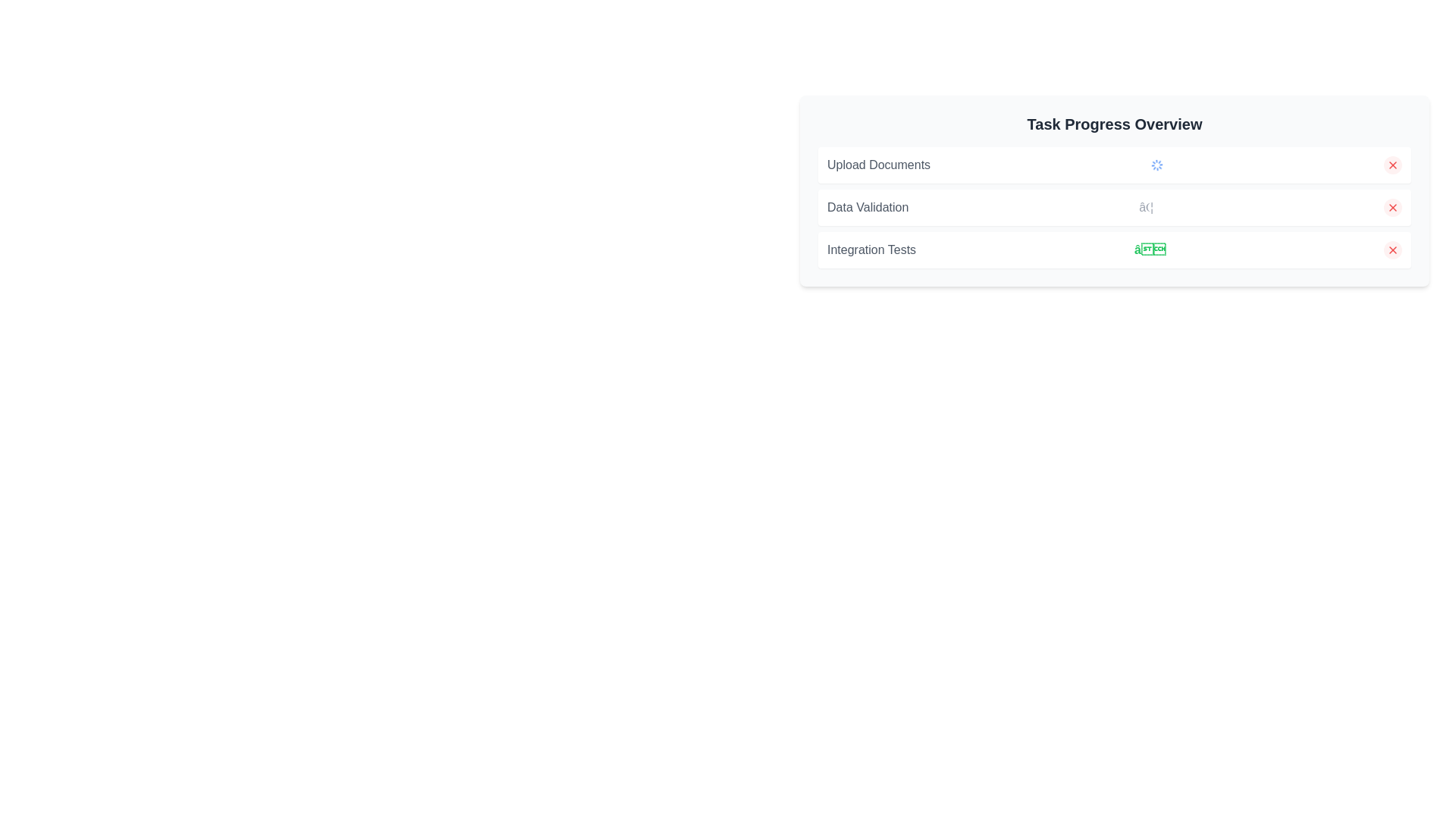 The height and width of the screenshot is (819, 1456). I want to click on the small, bold, green checkmark symbol indicating success in the 'Integration Tests' row of the task progress overview UI, so click(1150, 249).